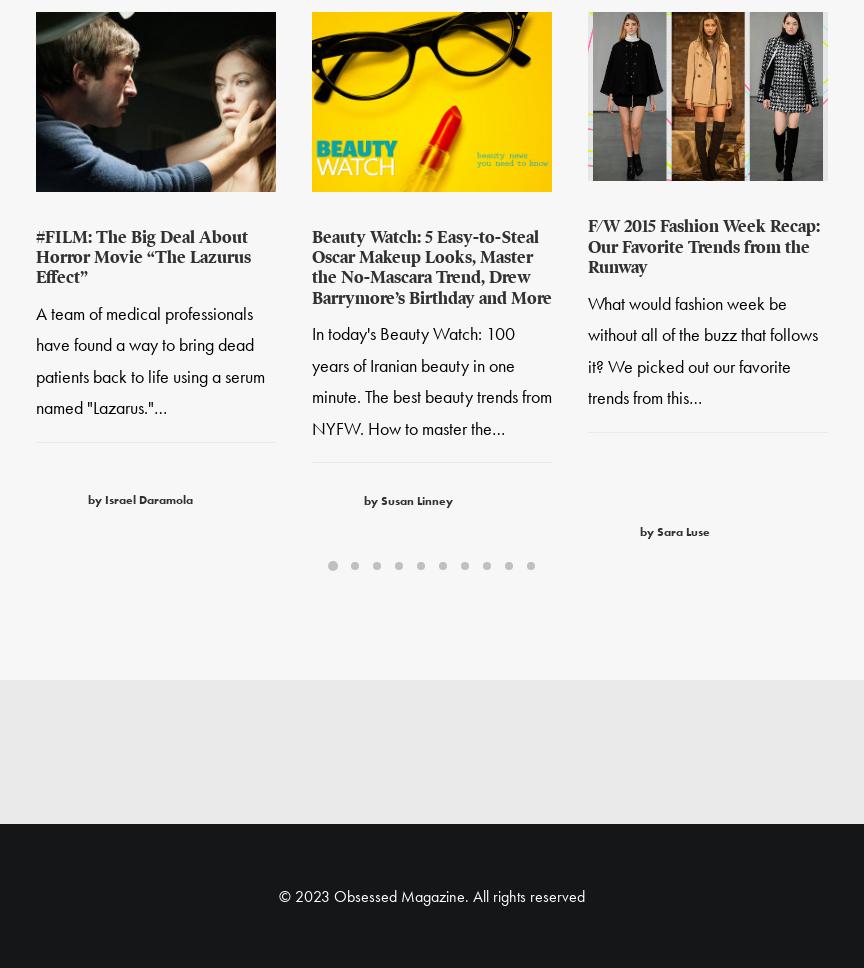  Describe the element at coordinates (432, 270) in the screenshot. I see `'Beauty Watch: 5 Easy-to-Steal Oscar Makeup Looks, Master the No-Mascara Trend, Drew Barrymore’s  Birthday and More'` at that location.